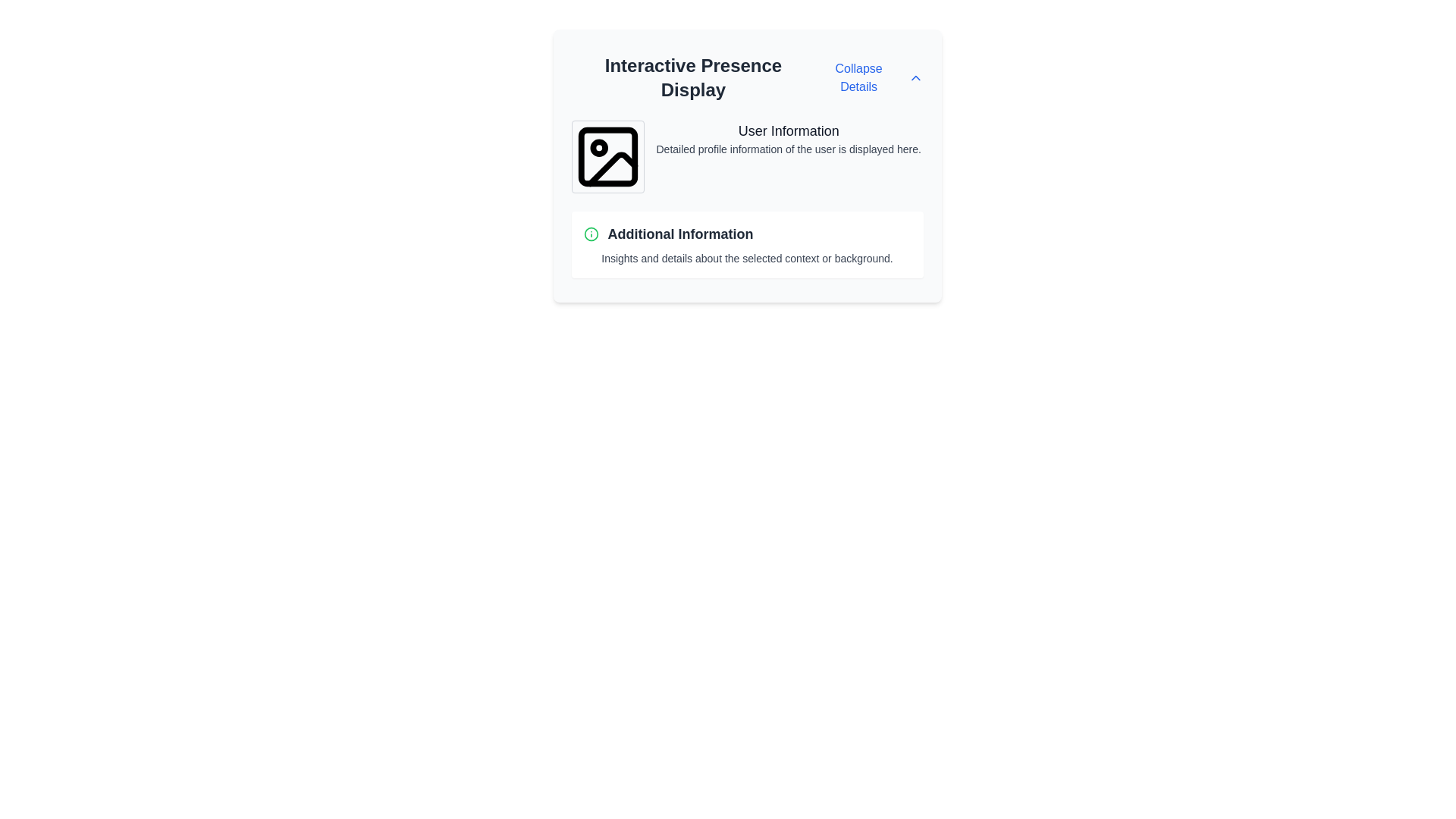  I want to click on the text snippet containing 'Insights and details about the selected context or background.' located under the title 'Additional Information.', so click(747, 257).